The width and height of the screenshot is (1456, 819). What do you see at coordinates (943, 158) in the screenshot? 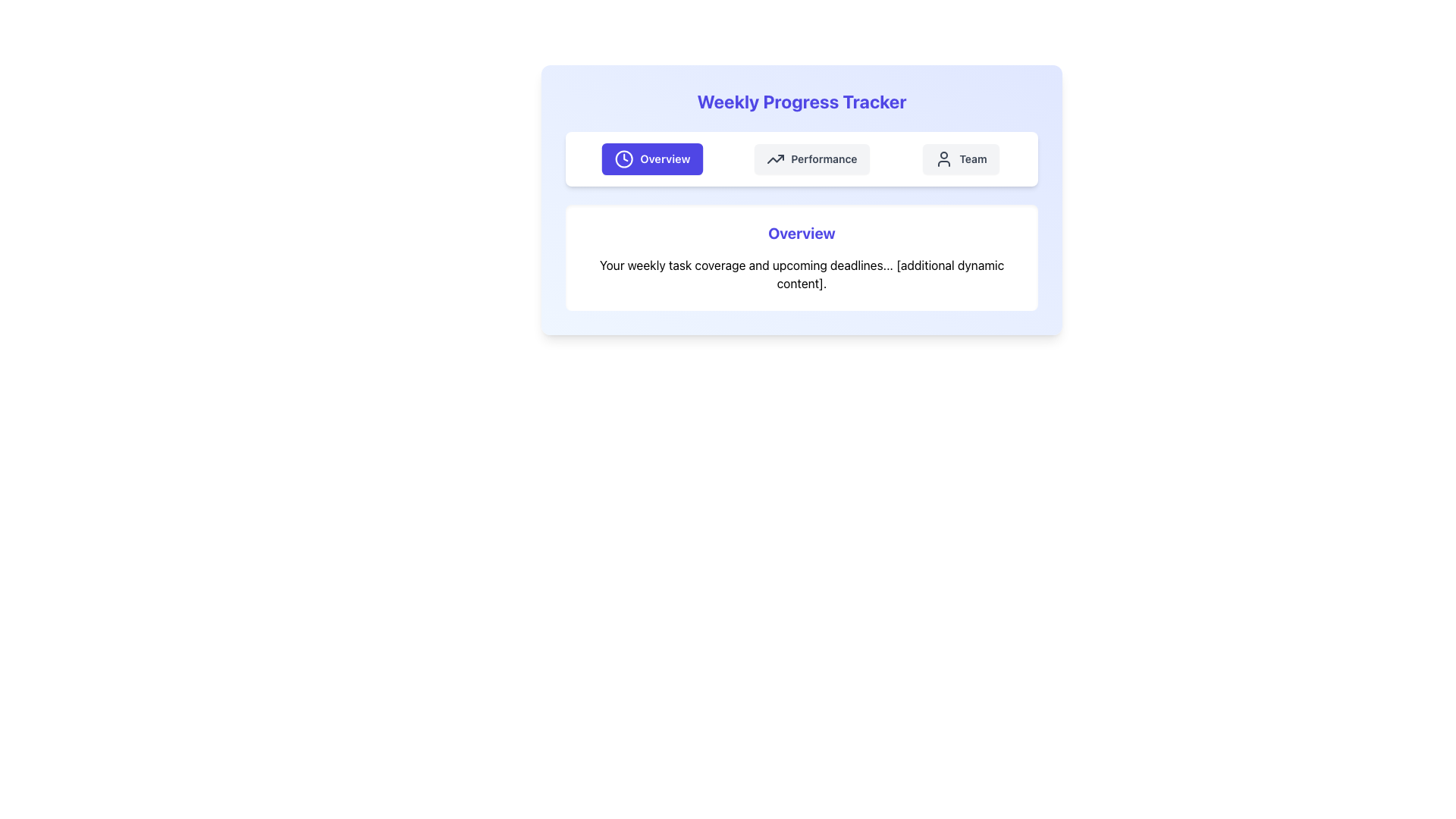
I see `the 'Team' button which is associated with team-related actions, located in the 'Weekly Progress Tracker' section` at bounding box center [943, 158].